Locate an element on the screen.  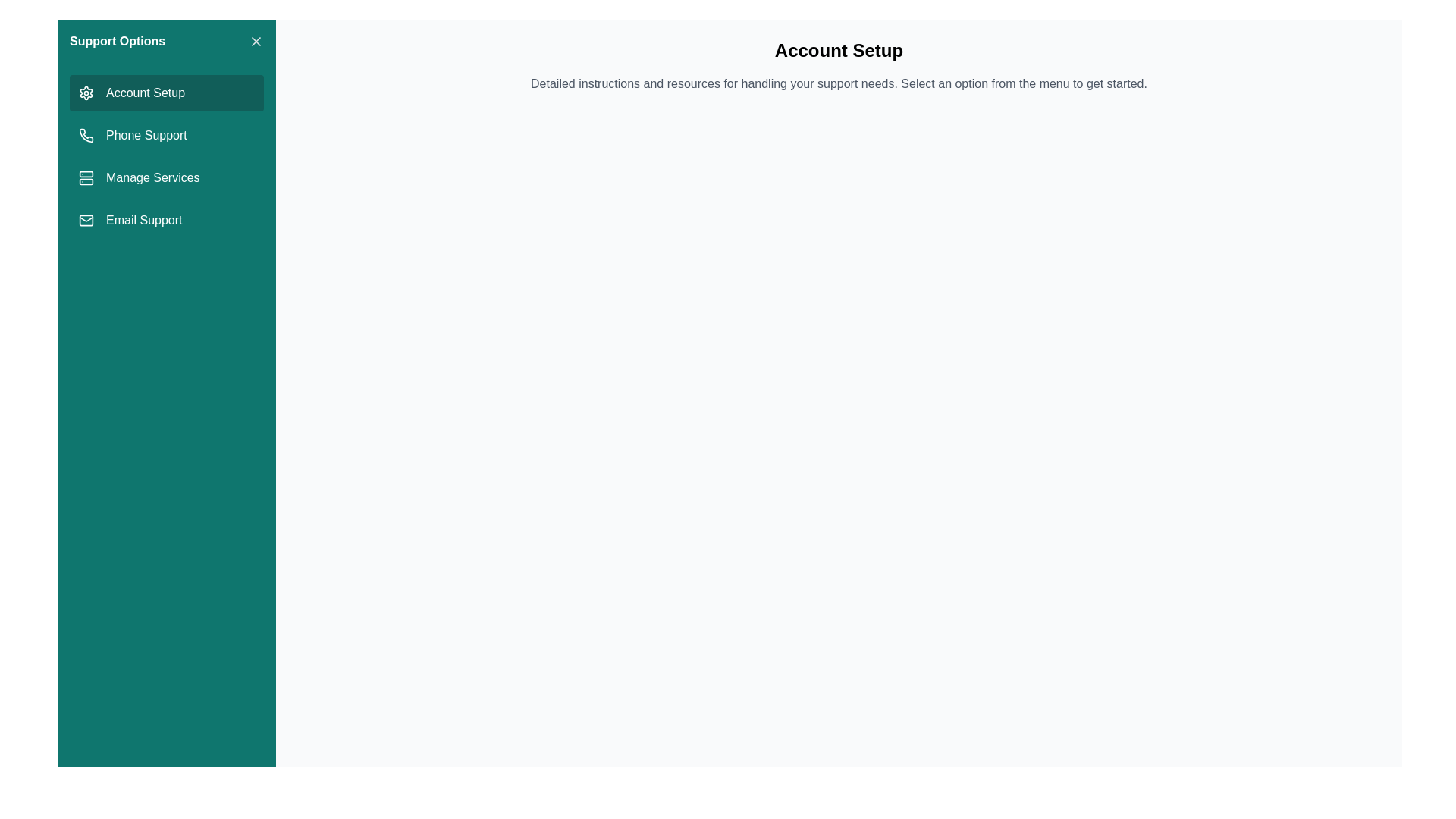
the Close icon located in the top-right area of the left sidebar, adjacent to the label text 'Support Options' is located at coordinates (256, 40).